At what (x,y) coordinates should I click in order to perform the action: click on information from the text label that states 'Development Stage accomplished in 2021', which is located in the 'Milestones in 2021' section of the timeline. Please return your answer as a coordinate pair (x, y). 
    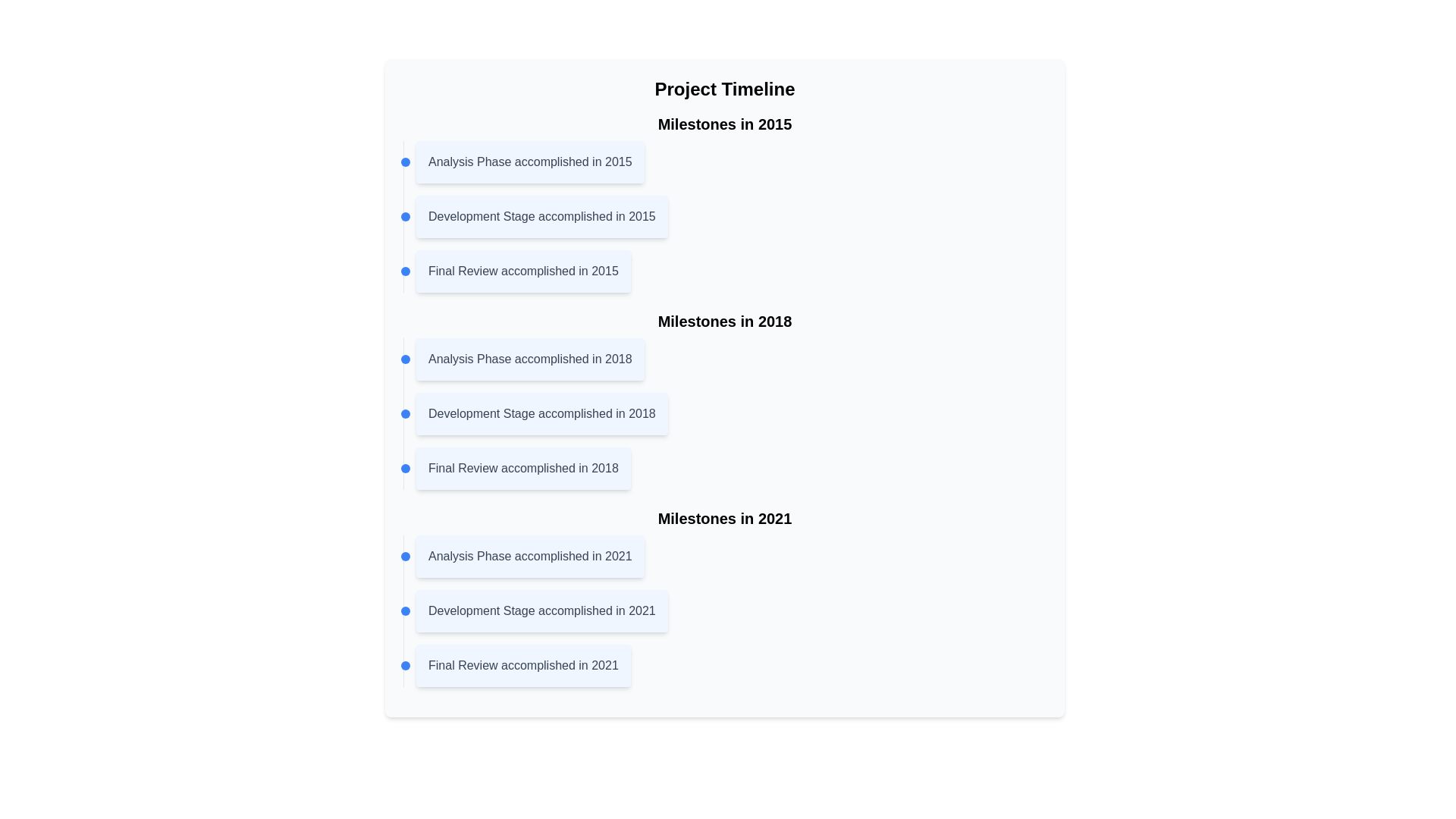
    Looking at the image, I should click on (541, 610).